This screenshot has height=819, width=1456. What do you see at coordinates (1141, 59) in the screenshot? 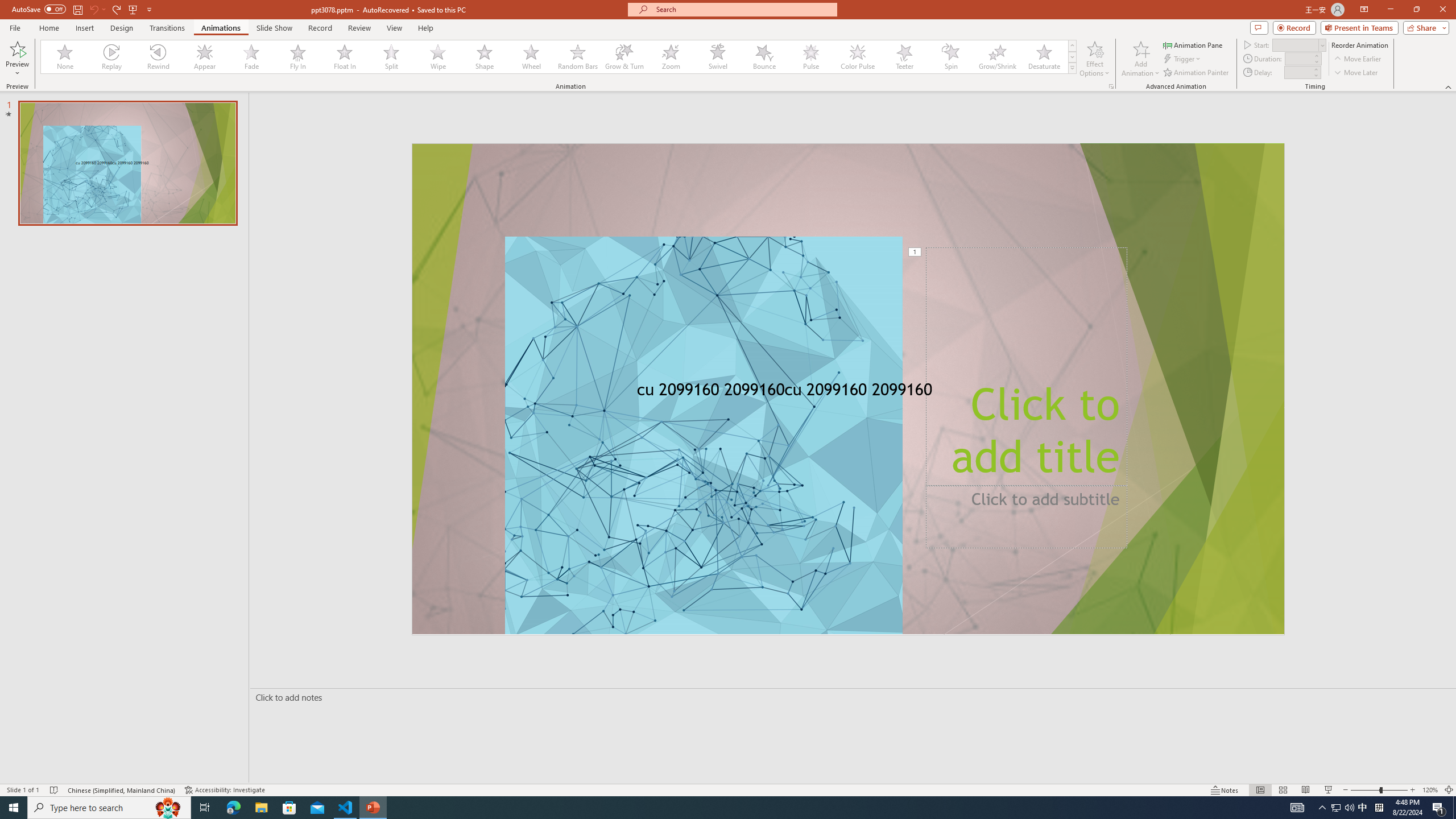
I see `'Add Animation'` at bounding box center [1141, 59].